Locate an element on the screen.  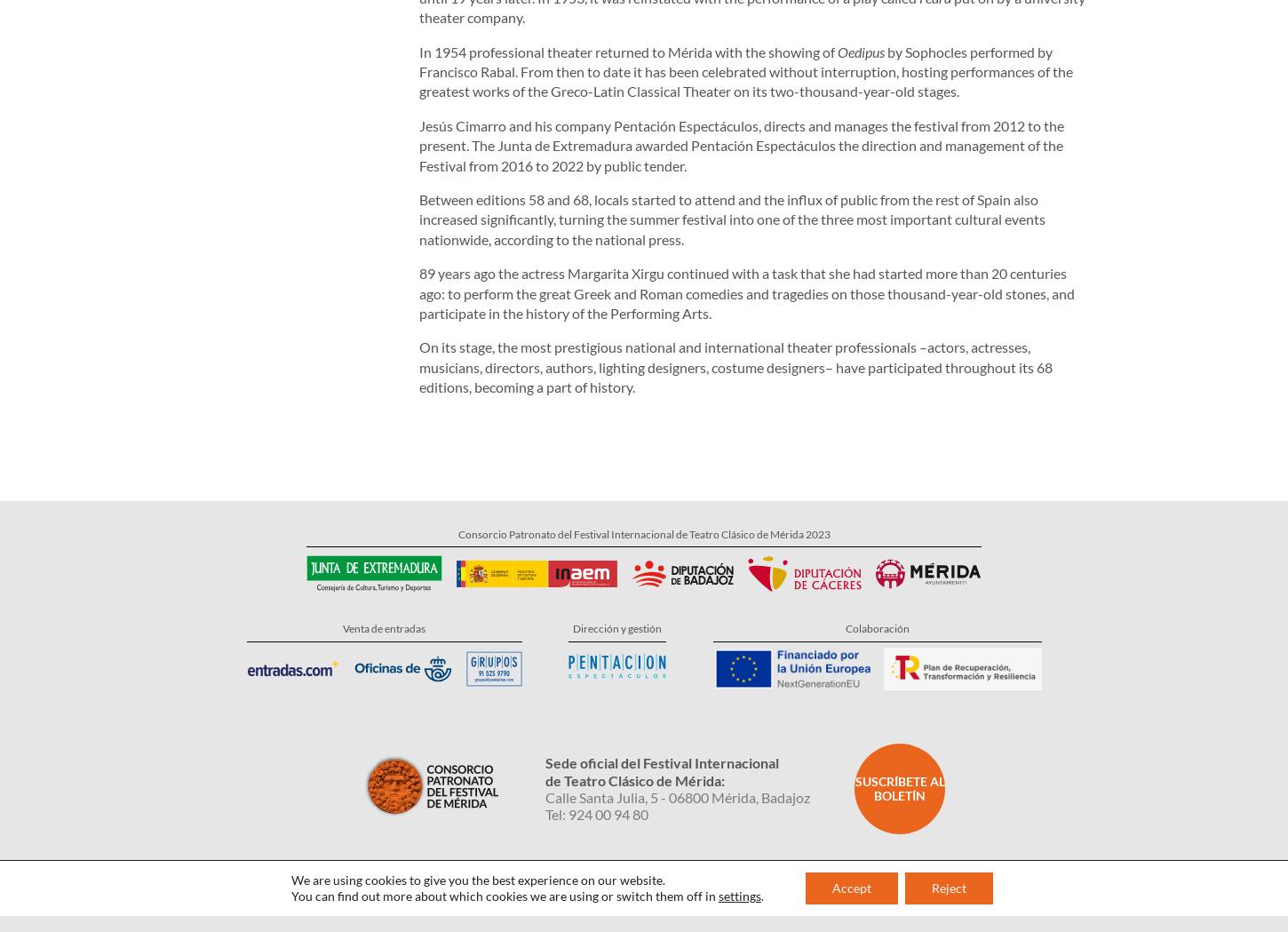
'Dirección y gestión' is located at coordinates (616, 557).